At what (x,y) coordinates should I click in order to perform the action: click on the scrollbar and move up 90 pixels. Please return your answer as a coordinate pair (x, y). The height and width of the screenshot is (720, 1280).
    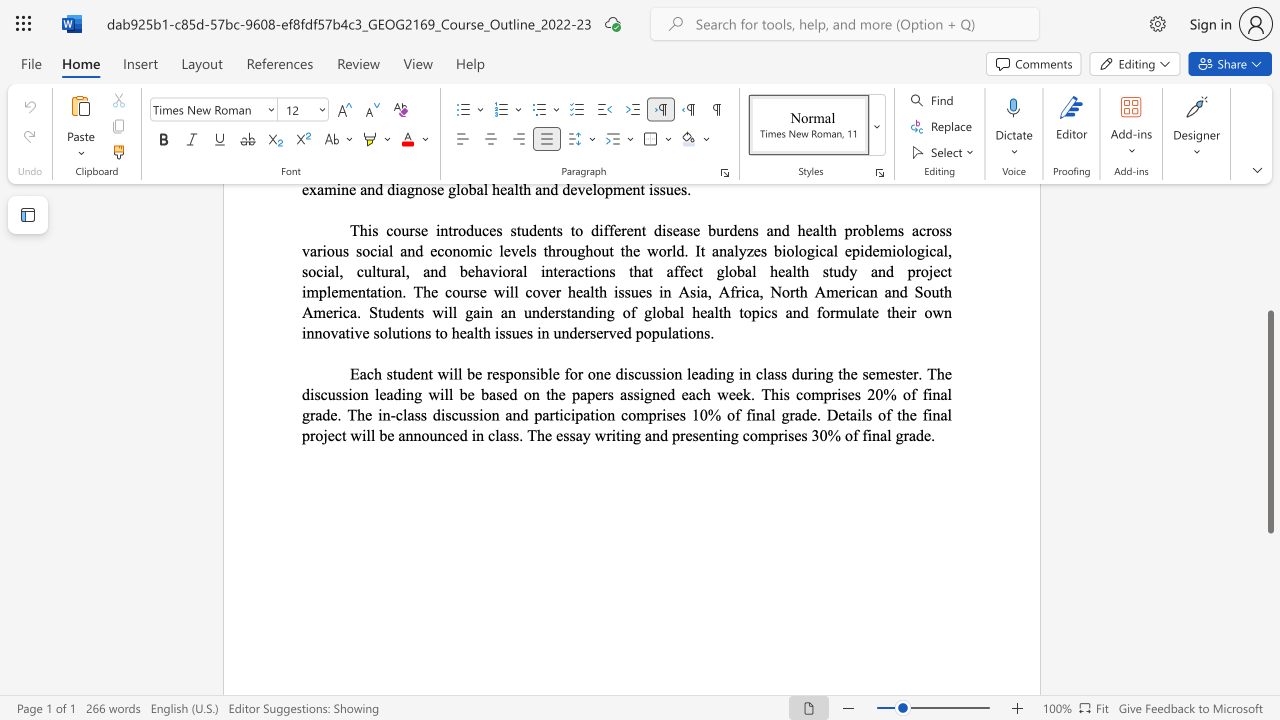
    Looking at the image, I should click on (1269, 420).